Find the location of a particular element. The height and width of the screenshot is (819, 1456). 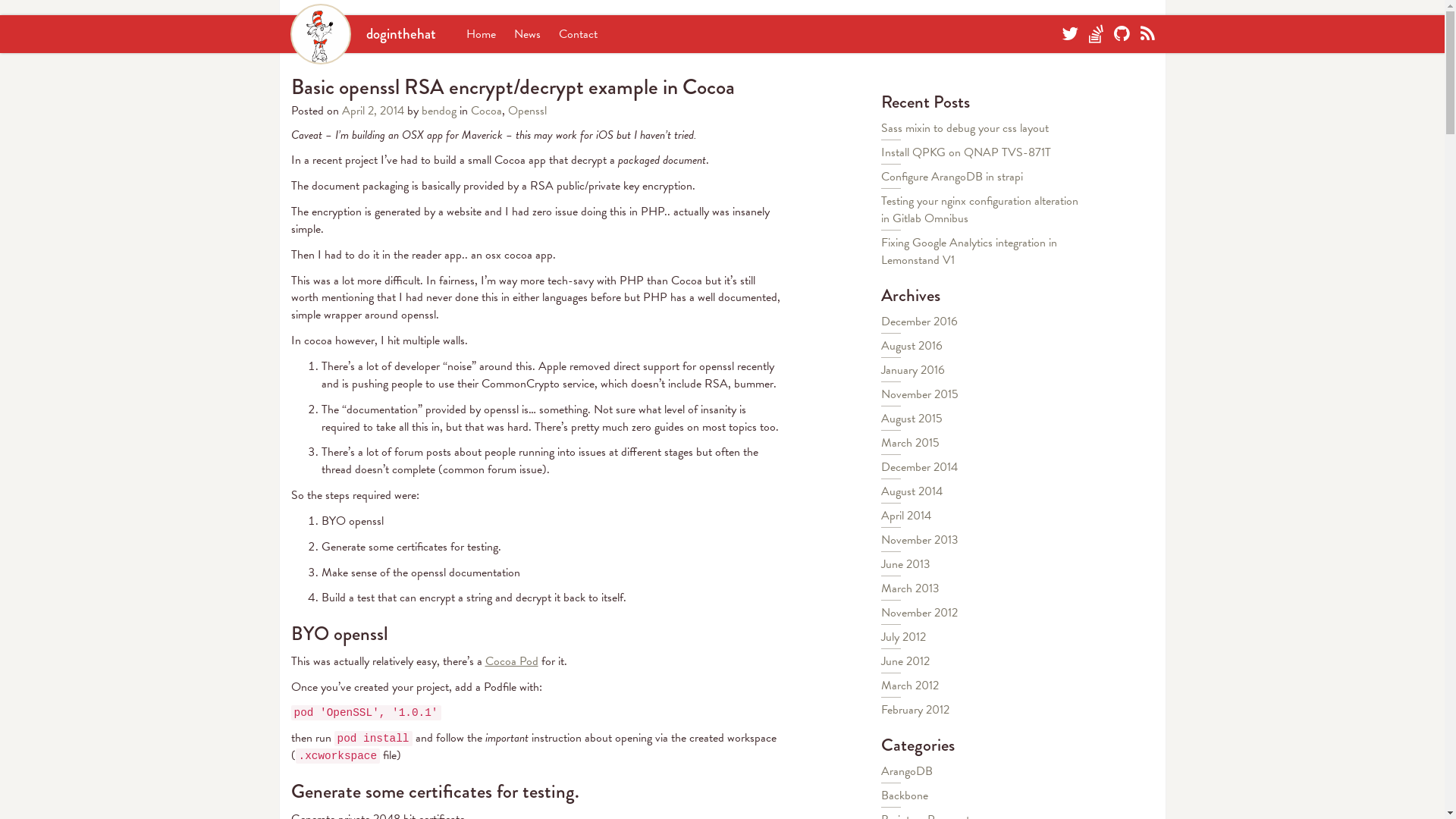

'July 2012' is located at coordinates (903, 637).